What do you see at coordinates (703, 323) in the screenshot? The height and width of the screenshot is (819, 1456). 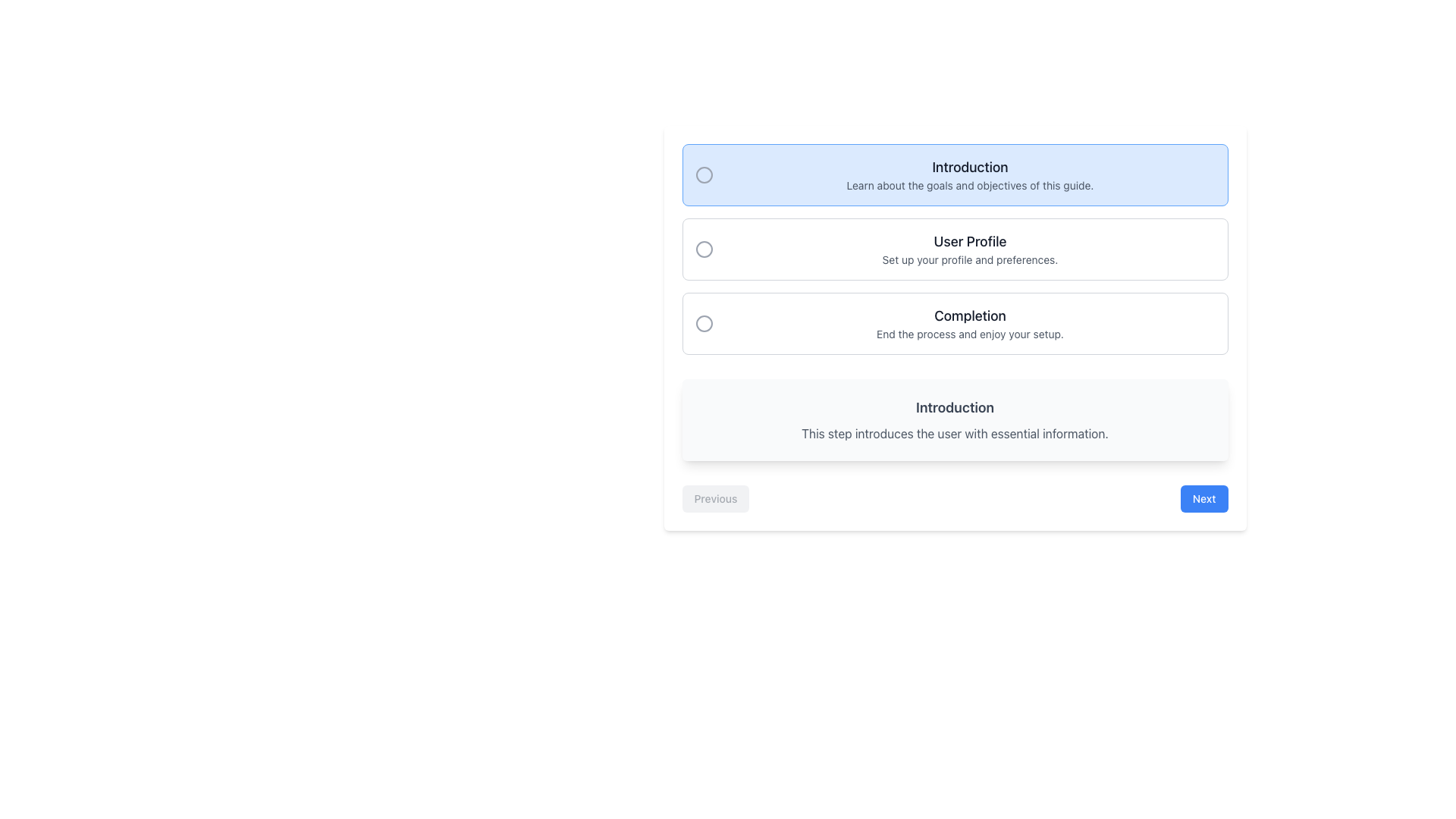 I see `the decorative or interactive marker for the 'Completion' step in the setup process, located to the left of the descriptive text` at bounding box center [703, 323].